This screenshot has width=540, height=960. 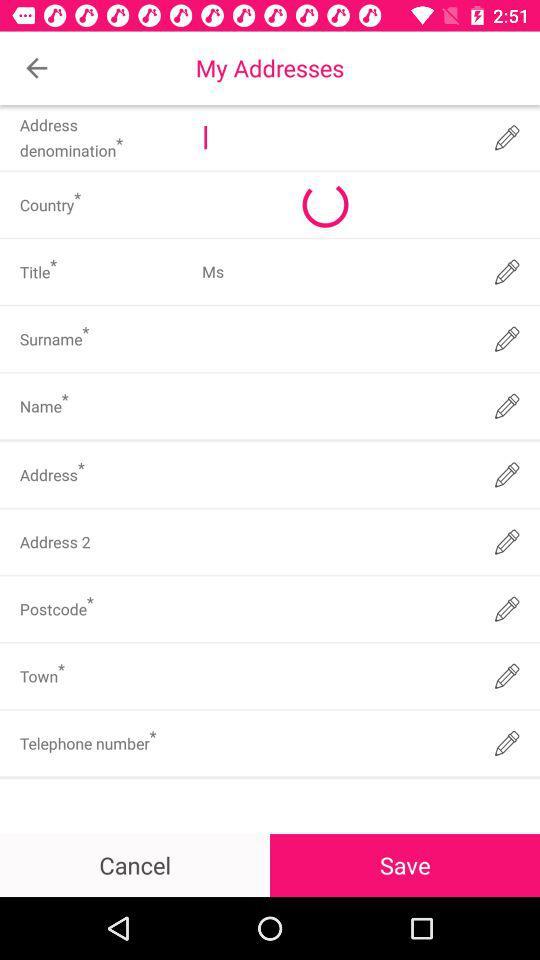 I want to click on the cancel, so click(x=135, y=864).